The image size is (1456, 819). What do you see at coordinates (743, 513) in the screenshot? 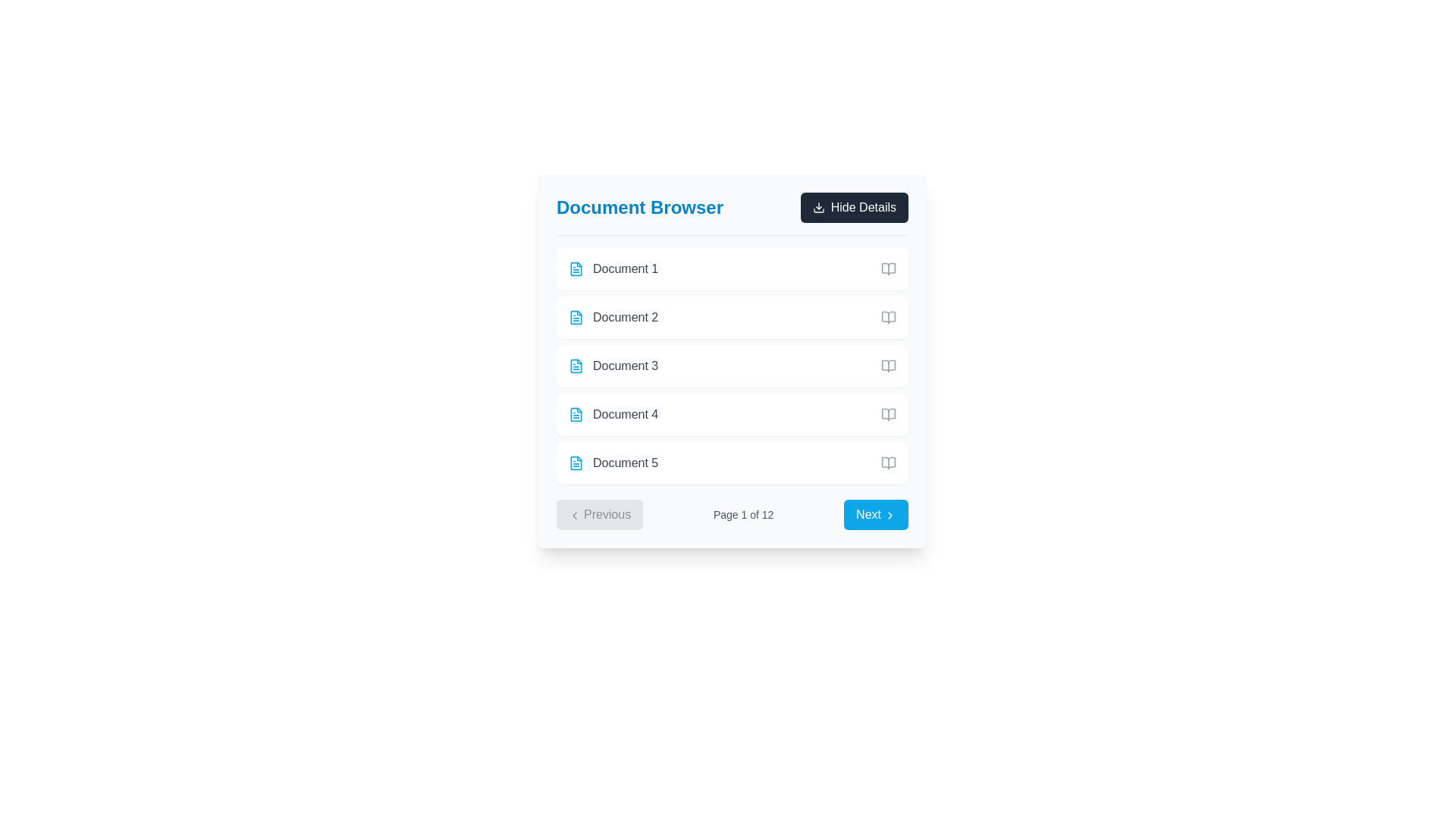
I see `the text label that displays the current page number and total number of pages in the pagination bar, located between the 'Previous' and 'Next' buttons` at bounding box center [743, 513].